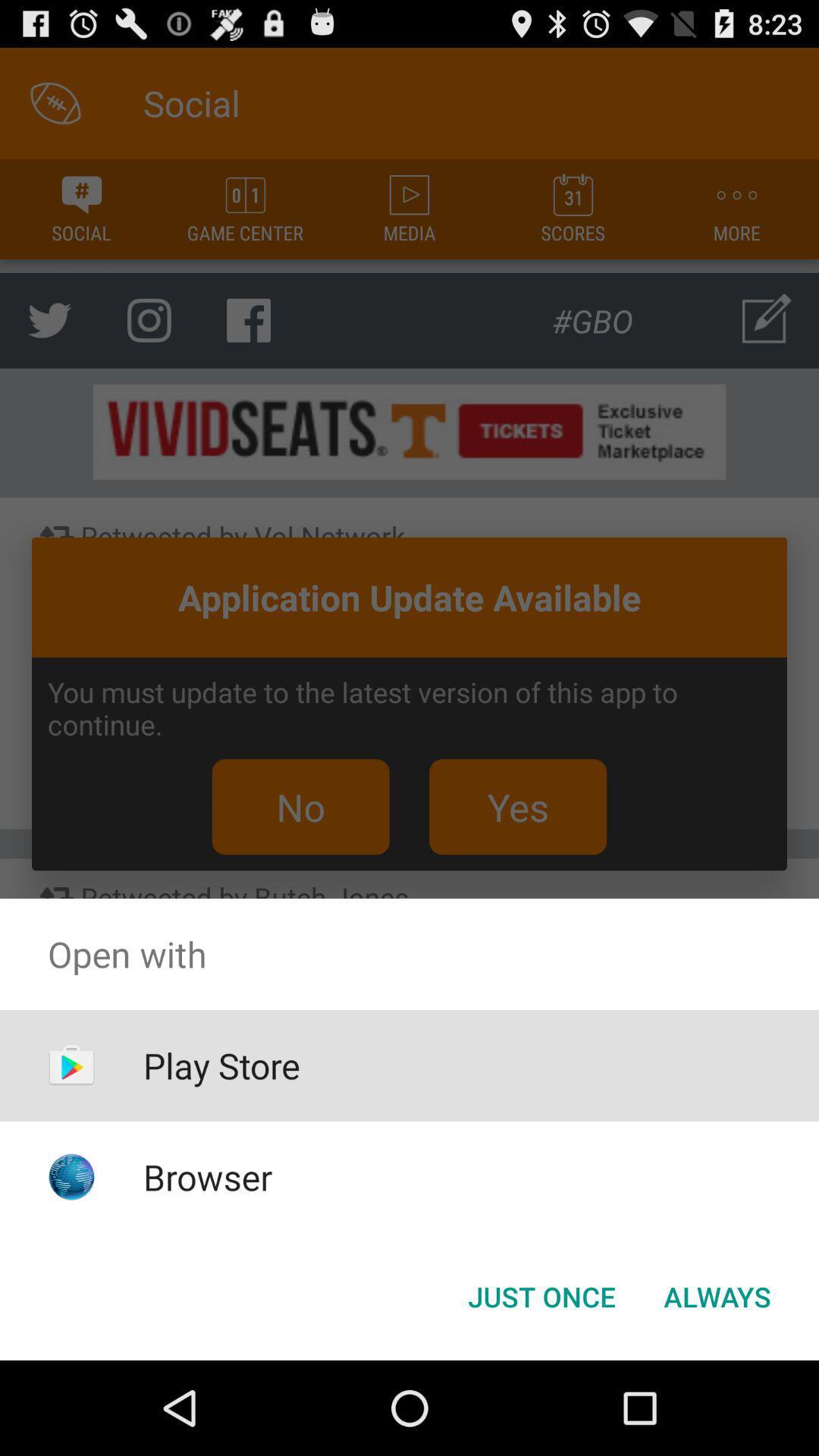 The image size is (819, 1456). I want to click on icon to the left of always item, so click(541, 1295).